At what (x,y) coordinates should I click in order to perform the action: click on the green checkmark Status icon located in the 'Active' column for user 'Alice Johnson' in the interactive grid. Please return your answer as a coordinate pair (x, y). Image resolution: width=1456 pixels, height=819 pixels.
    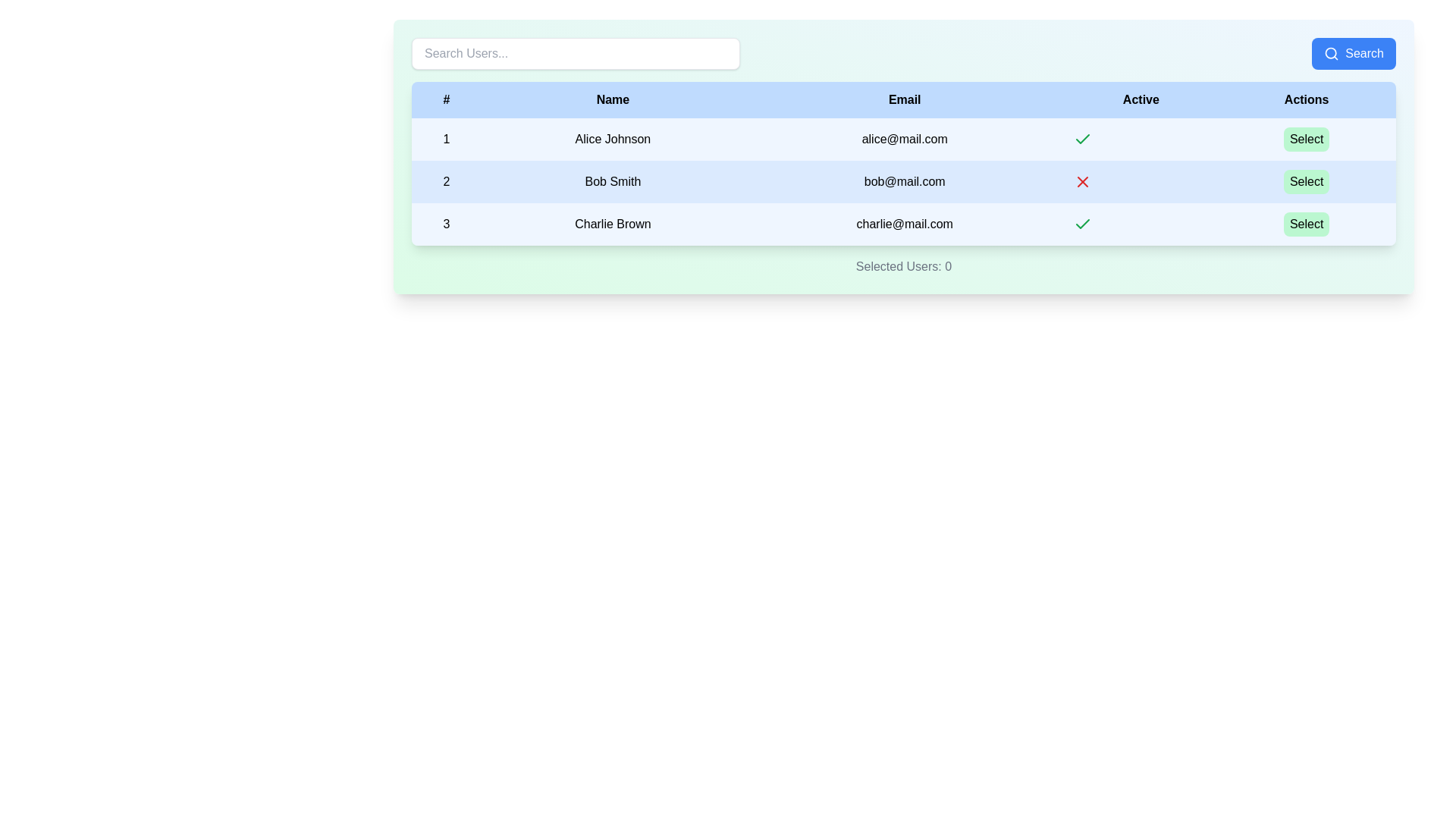
    Looking at the image, I should click on (1082, 224).